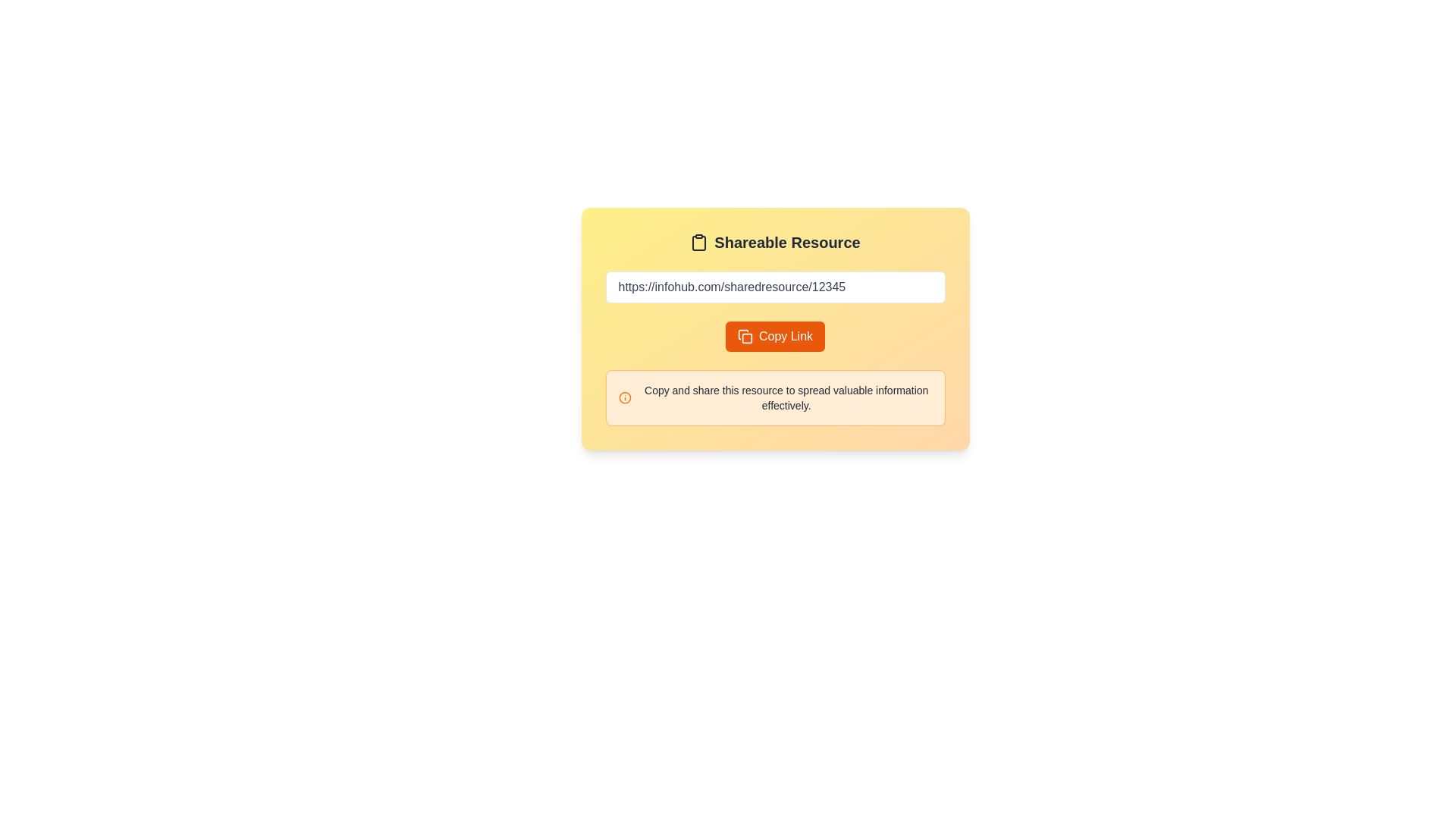  I want to click on the 'Copy Link' text label within the button component, which is prominently styled in bold font on a vibrant orange background, so click(786, 335).